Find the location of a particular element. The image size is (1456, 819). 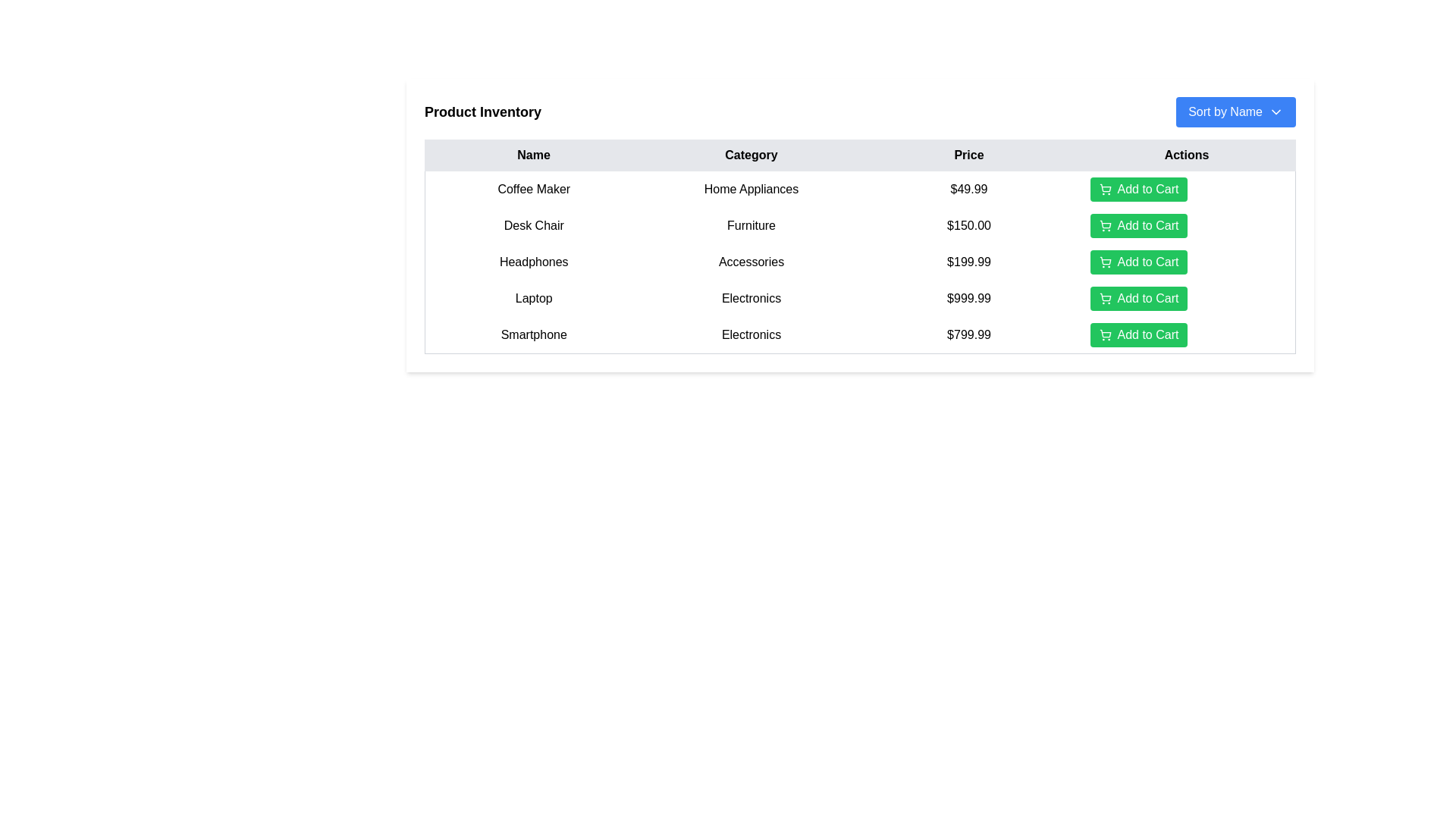

the price label displaying '$150.00' for the product 'Desk Chair' in the 'Price' column is located at coordinates (968, 225).